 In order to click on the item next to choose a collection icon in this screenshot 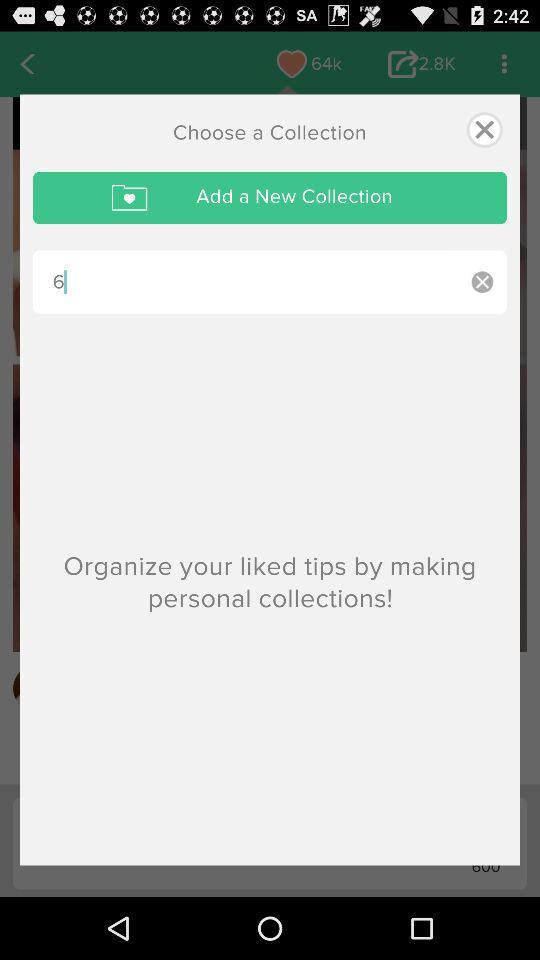, I will do `click(483, 128)`.